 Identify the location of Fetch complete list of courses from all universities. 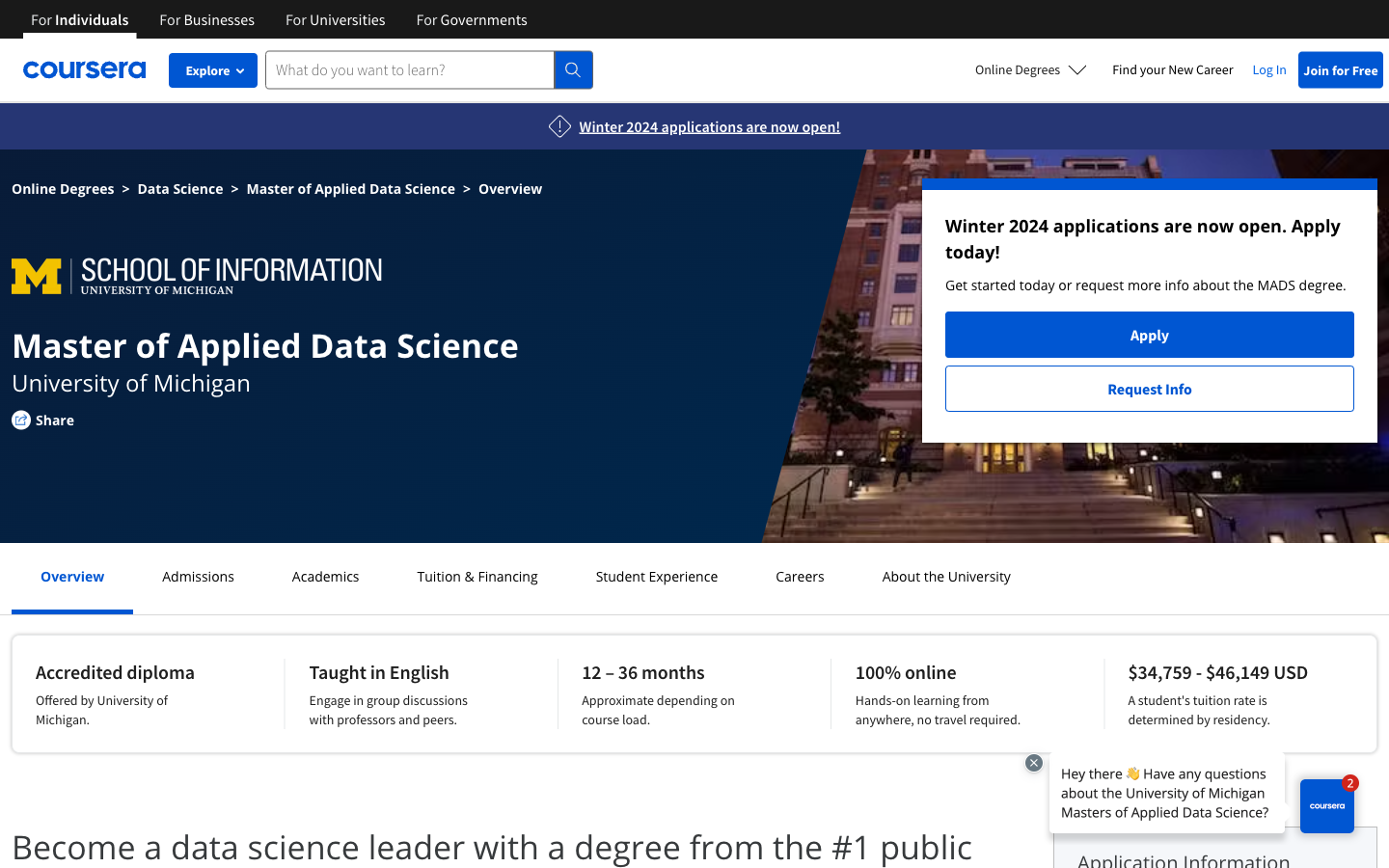
(335, 17).